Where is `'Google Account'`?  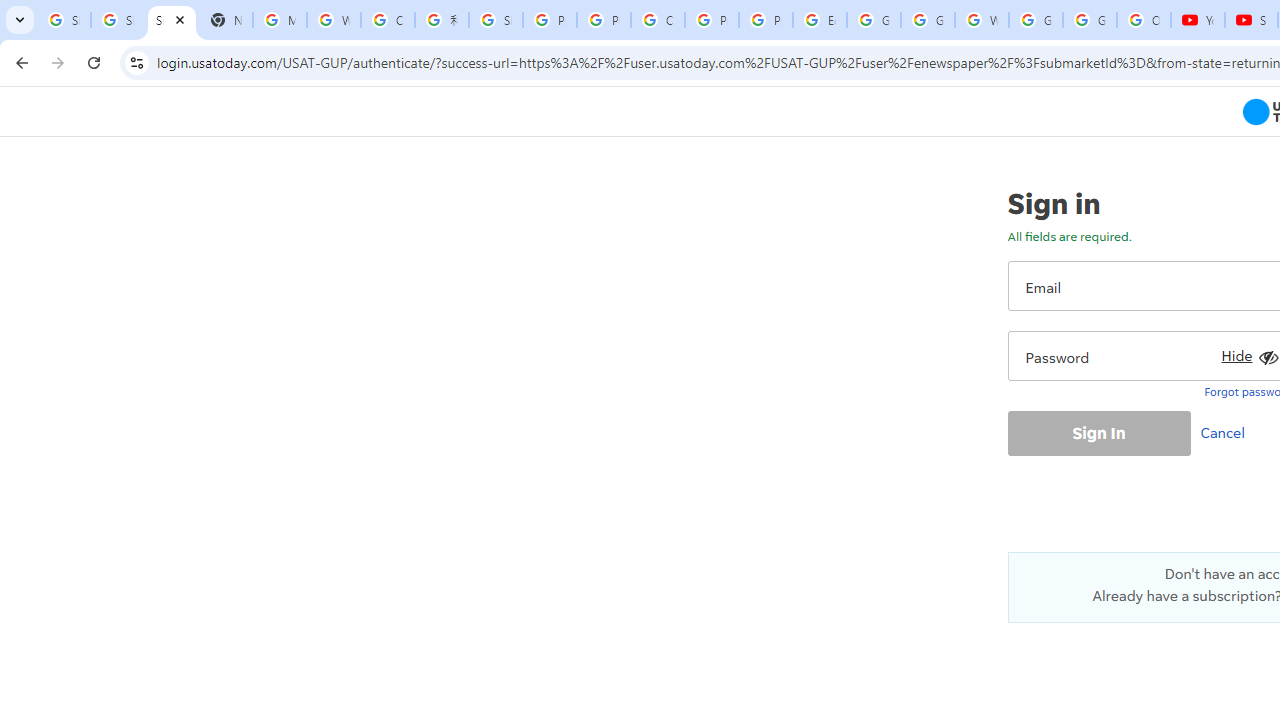
'Google Account' is located at coordinates (1088, 20).